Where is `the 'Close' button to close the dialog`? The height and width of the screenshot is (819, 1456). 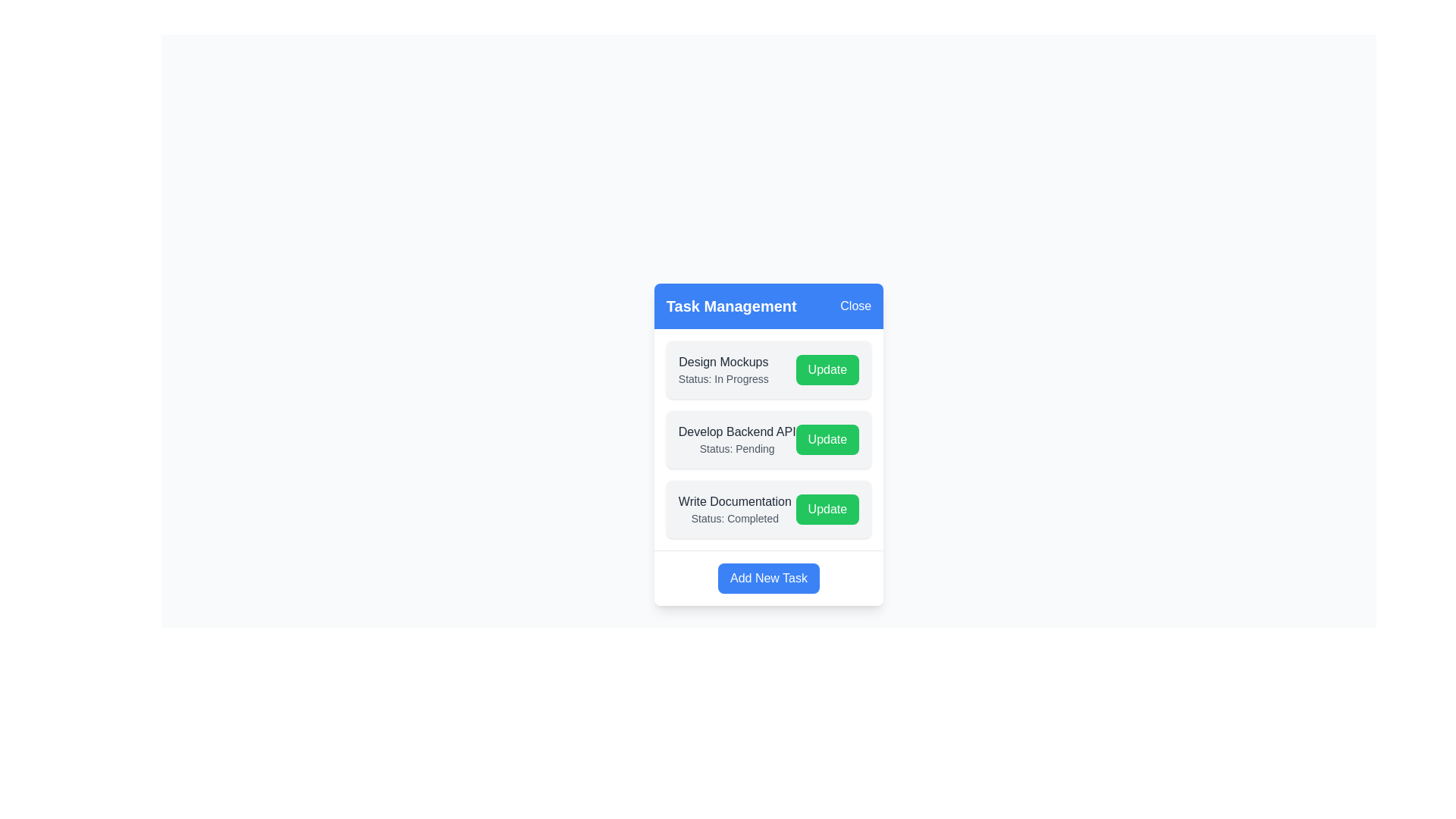
the 'Close' button to close the dialog is located at coordinates (855, 306).